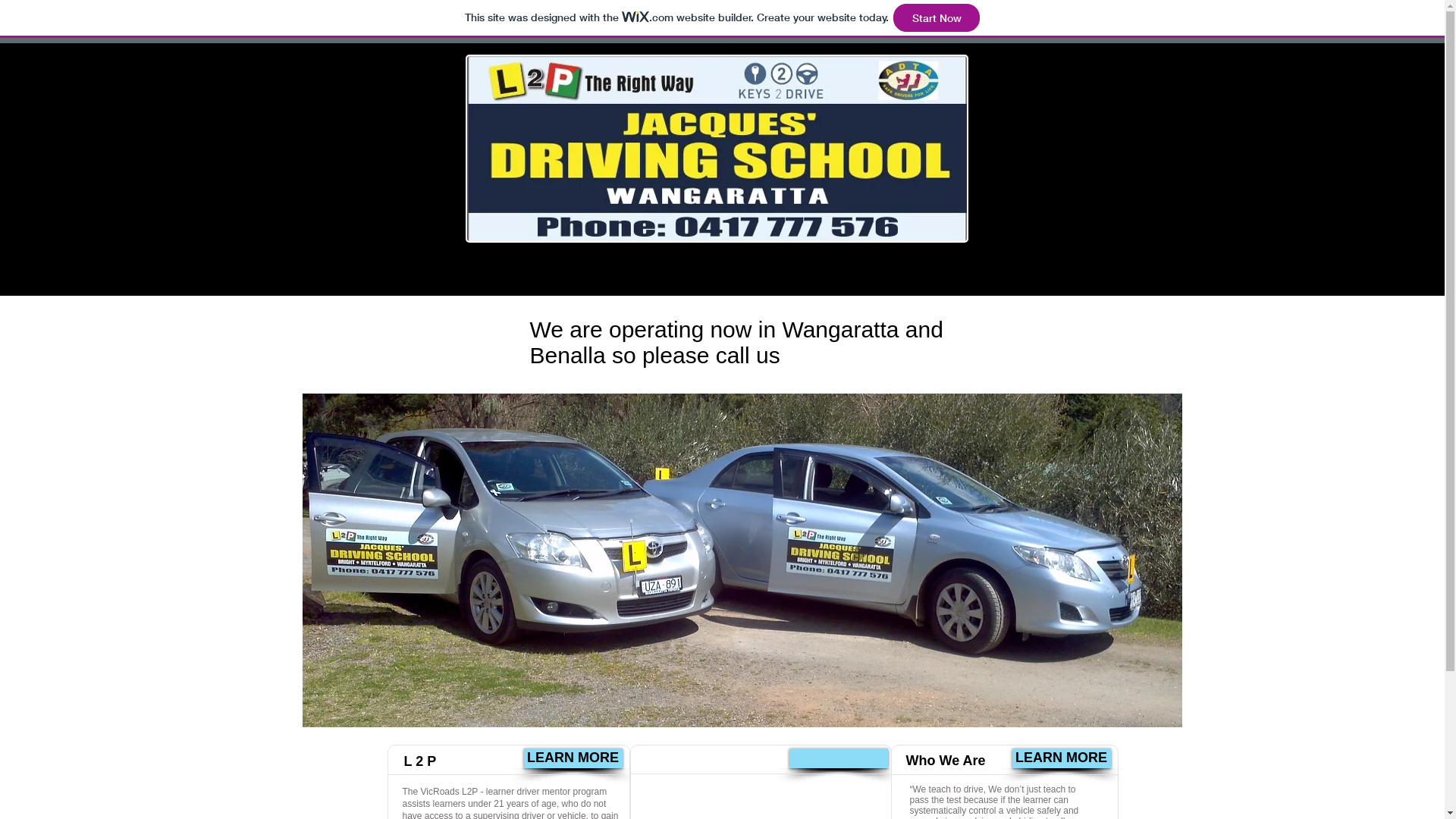 The height and width of the screenshot is (819, 1456). I want to click on 'LEARN MORE', so click(1059, 758).